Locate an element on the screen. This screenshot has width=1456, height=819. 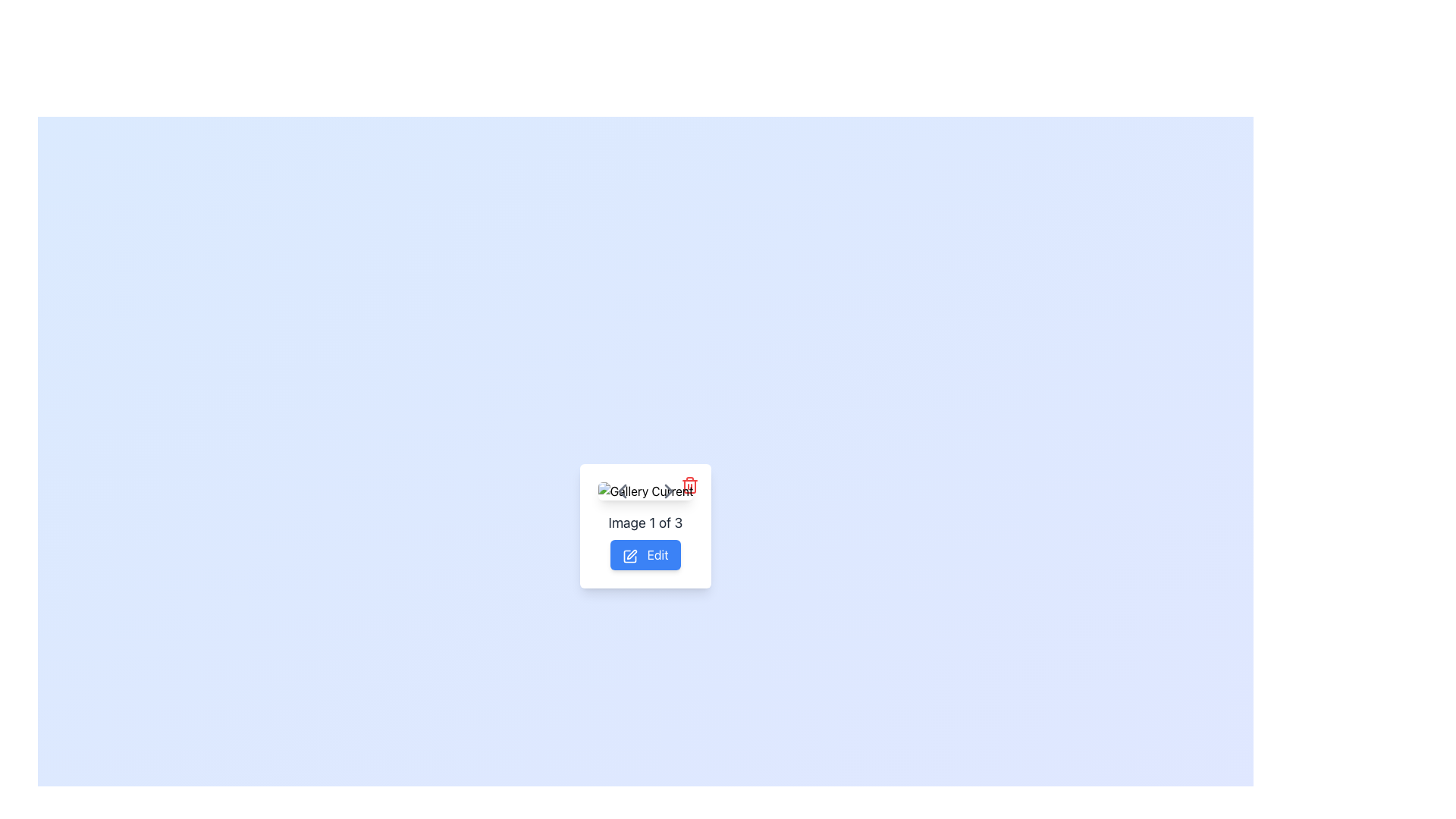
the blue 'Edit' button that contains the edit icon, which is located at the bottom of a card-like structure is located at coordinates (630, 556).